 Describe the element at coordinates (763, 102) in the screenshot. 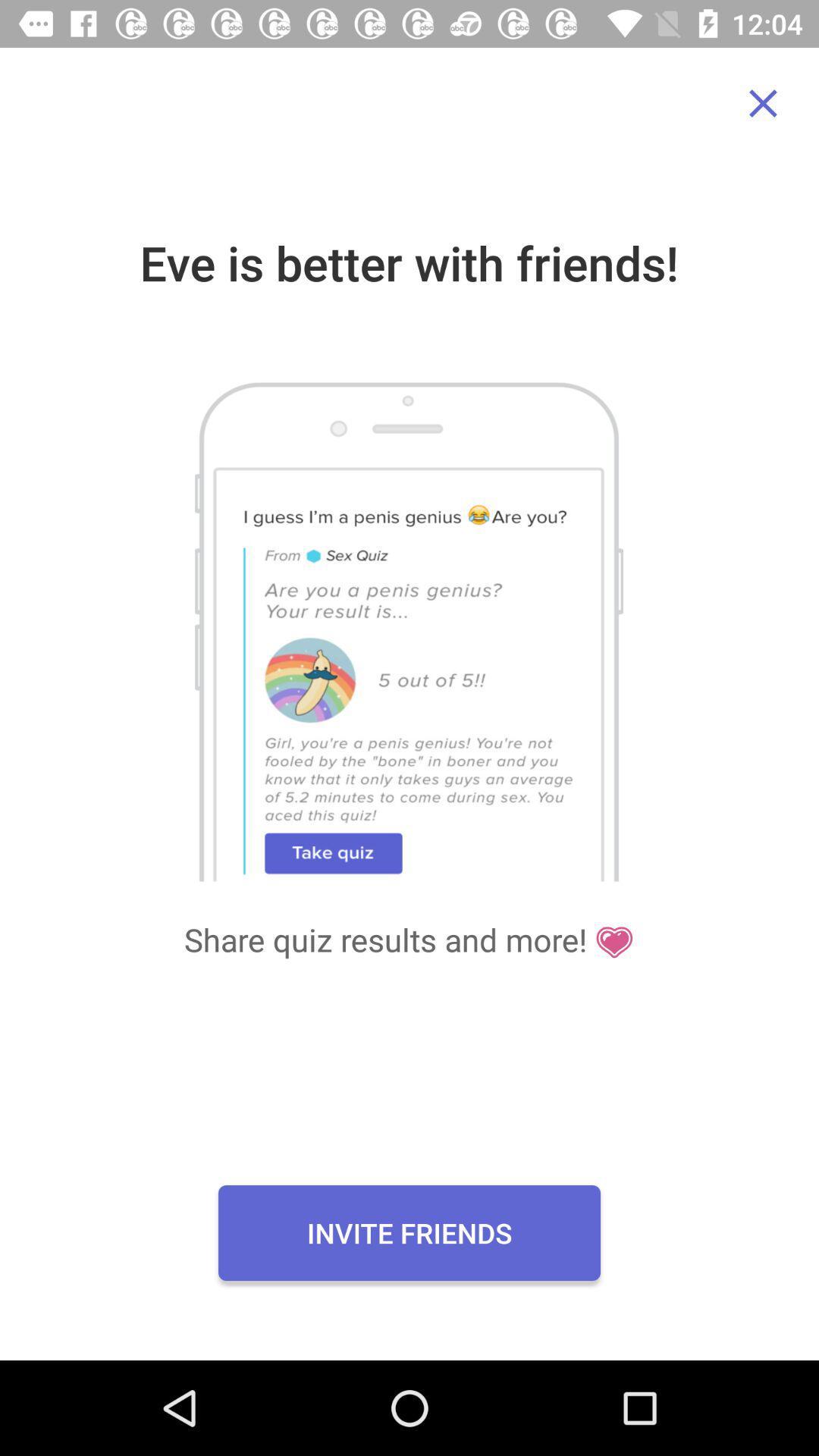

I see `the window` at that location.